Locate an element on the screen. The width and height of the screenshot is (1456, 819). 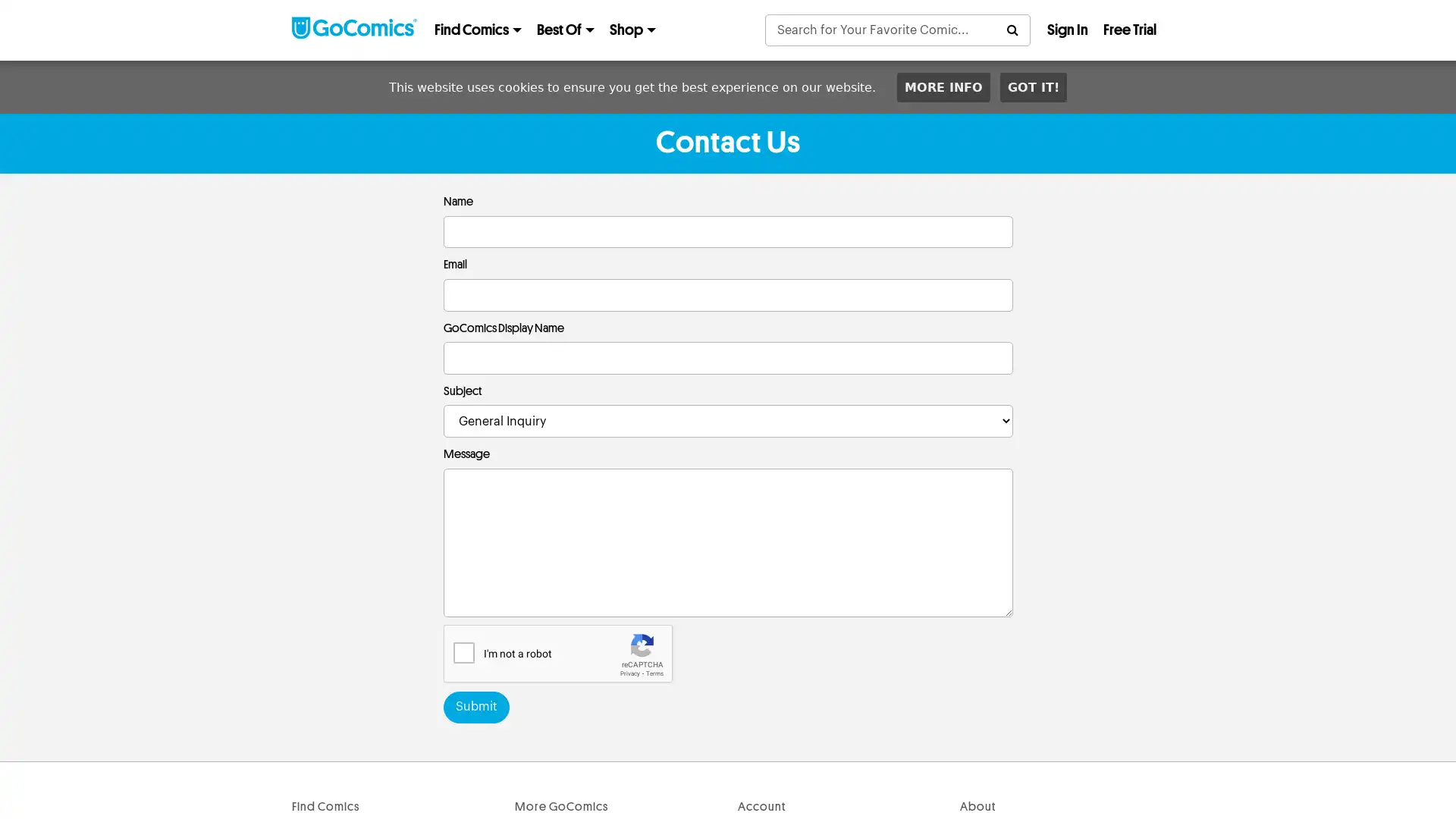
Submit Search is located at coordinates (1012, 30).